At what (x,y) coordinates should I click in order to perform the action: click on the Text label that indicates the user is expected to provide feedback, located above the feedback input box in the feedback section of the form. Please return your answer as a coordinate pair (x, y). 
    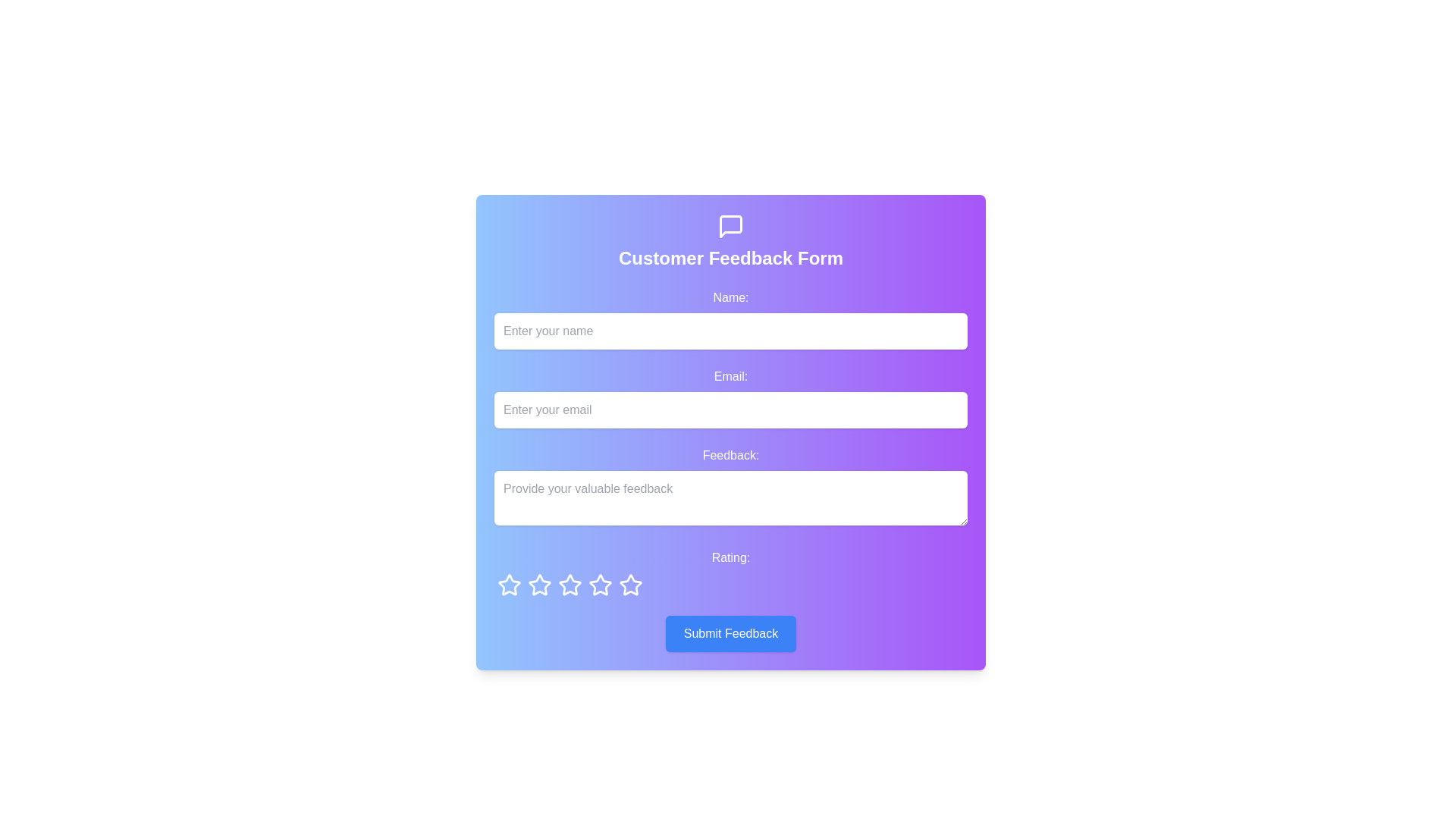
    Looking at the image, I should click on (731, 455).